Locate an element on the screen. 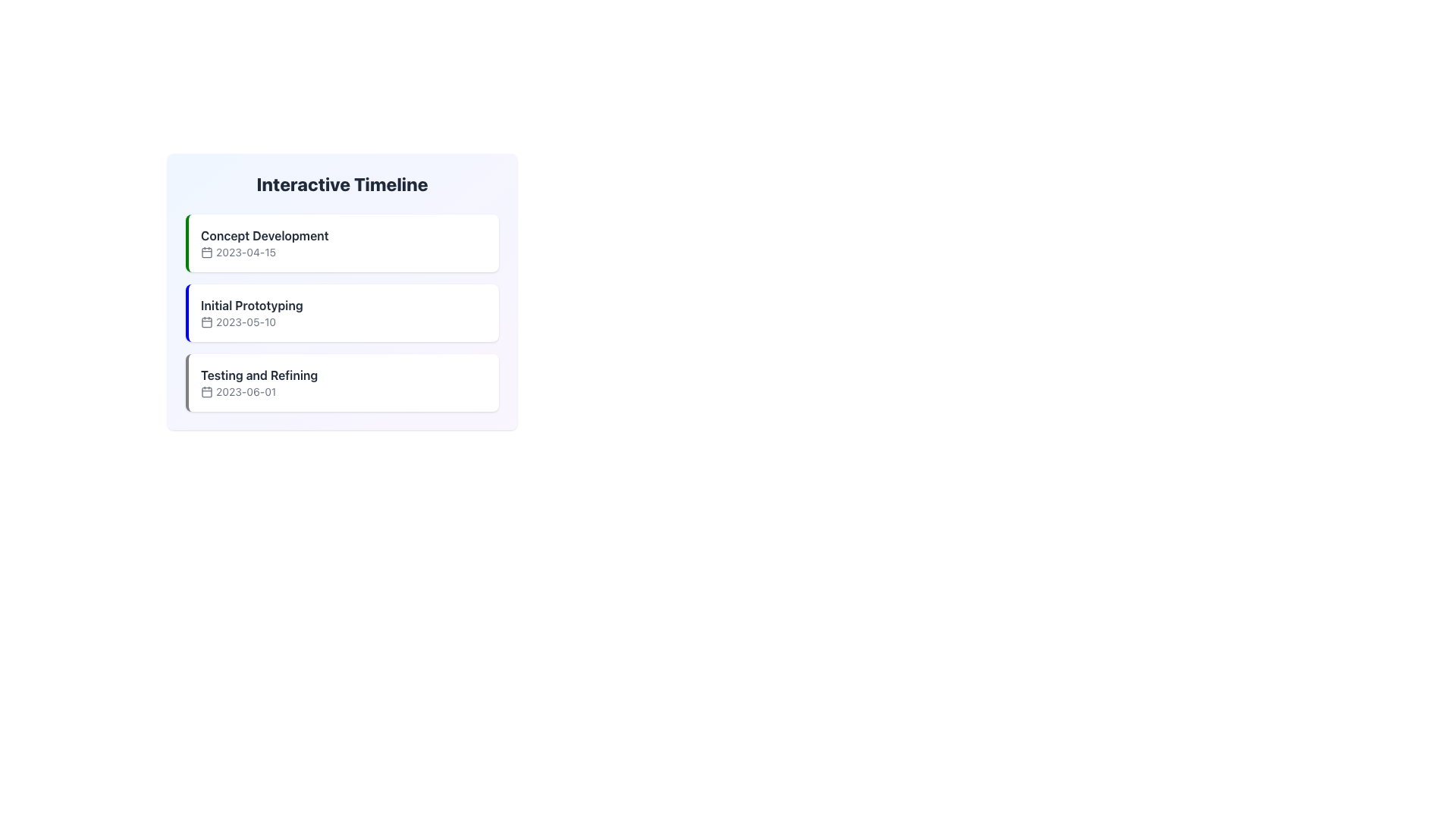  the calendar icon located to the left of the date '2023-04-15' in the 'Concept Development' section of the timeline is located at coordinates (206, 251).